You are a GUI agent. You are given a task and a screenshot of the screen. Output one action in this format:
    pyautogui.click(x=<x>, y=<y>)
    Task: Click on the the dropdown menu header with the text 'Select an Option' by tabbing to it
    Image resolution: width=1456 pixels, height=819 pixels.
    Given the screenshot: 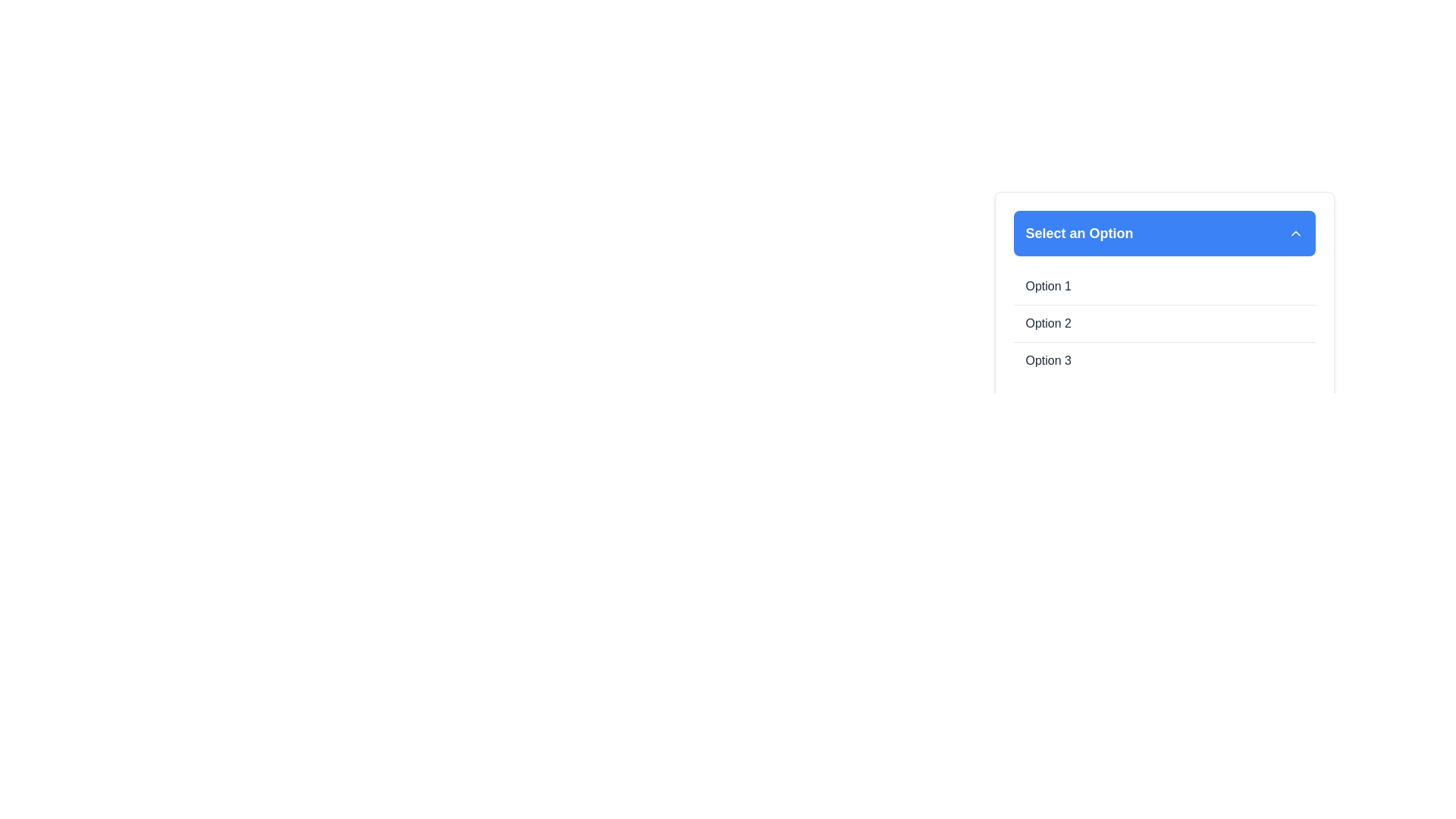 What is the action you would take?
    pyautogui.click(x=1163, y=234)
    